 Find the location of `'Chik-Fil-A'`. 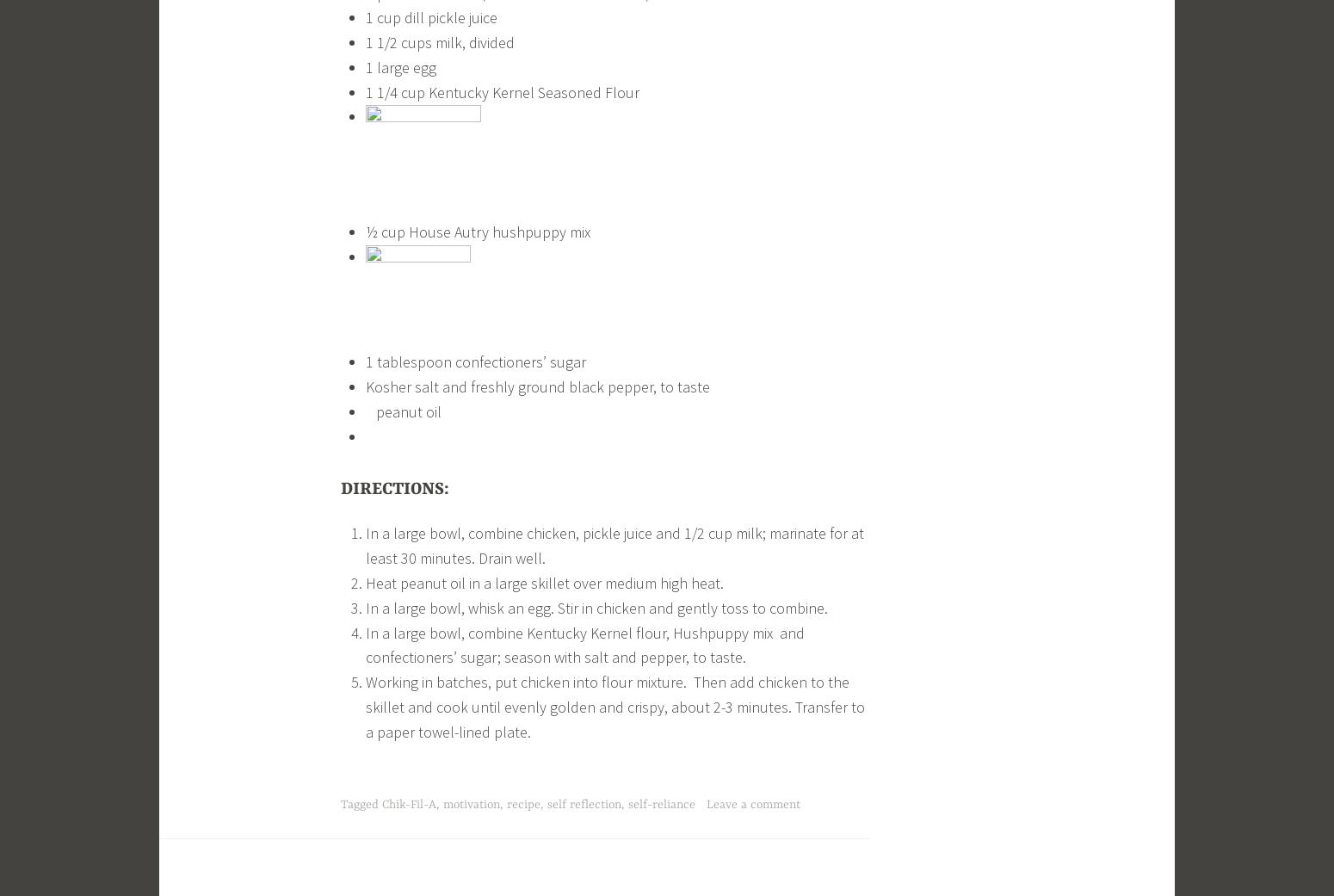

'Chik-Fil-A' is located at coordinates (408, 804).